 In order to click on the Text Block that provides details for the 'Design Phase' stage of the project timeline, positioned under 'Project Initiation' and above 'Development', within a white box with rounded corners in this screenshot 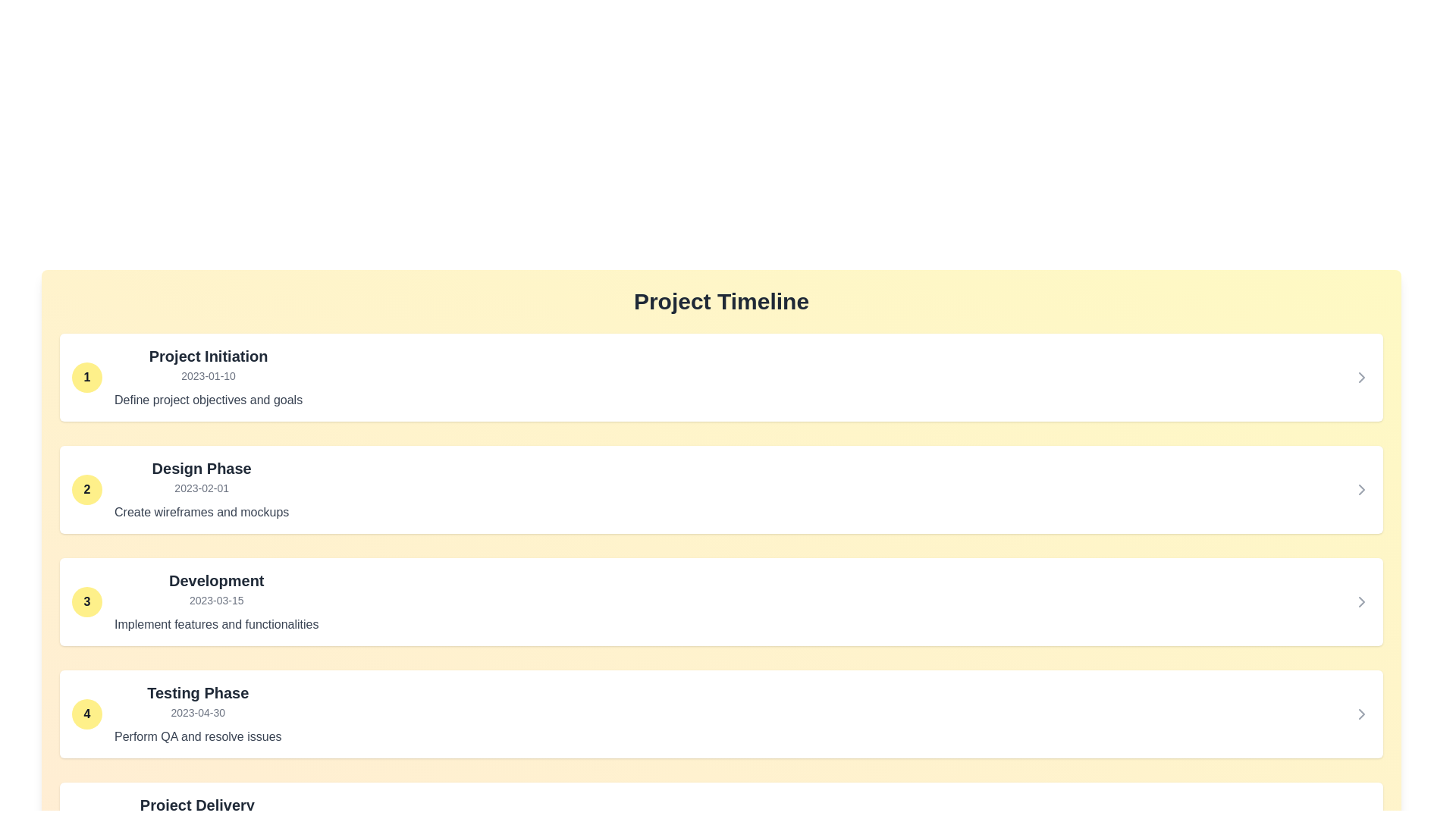, I will do `click(201, 489)`.